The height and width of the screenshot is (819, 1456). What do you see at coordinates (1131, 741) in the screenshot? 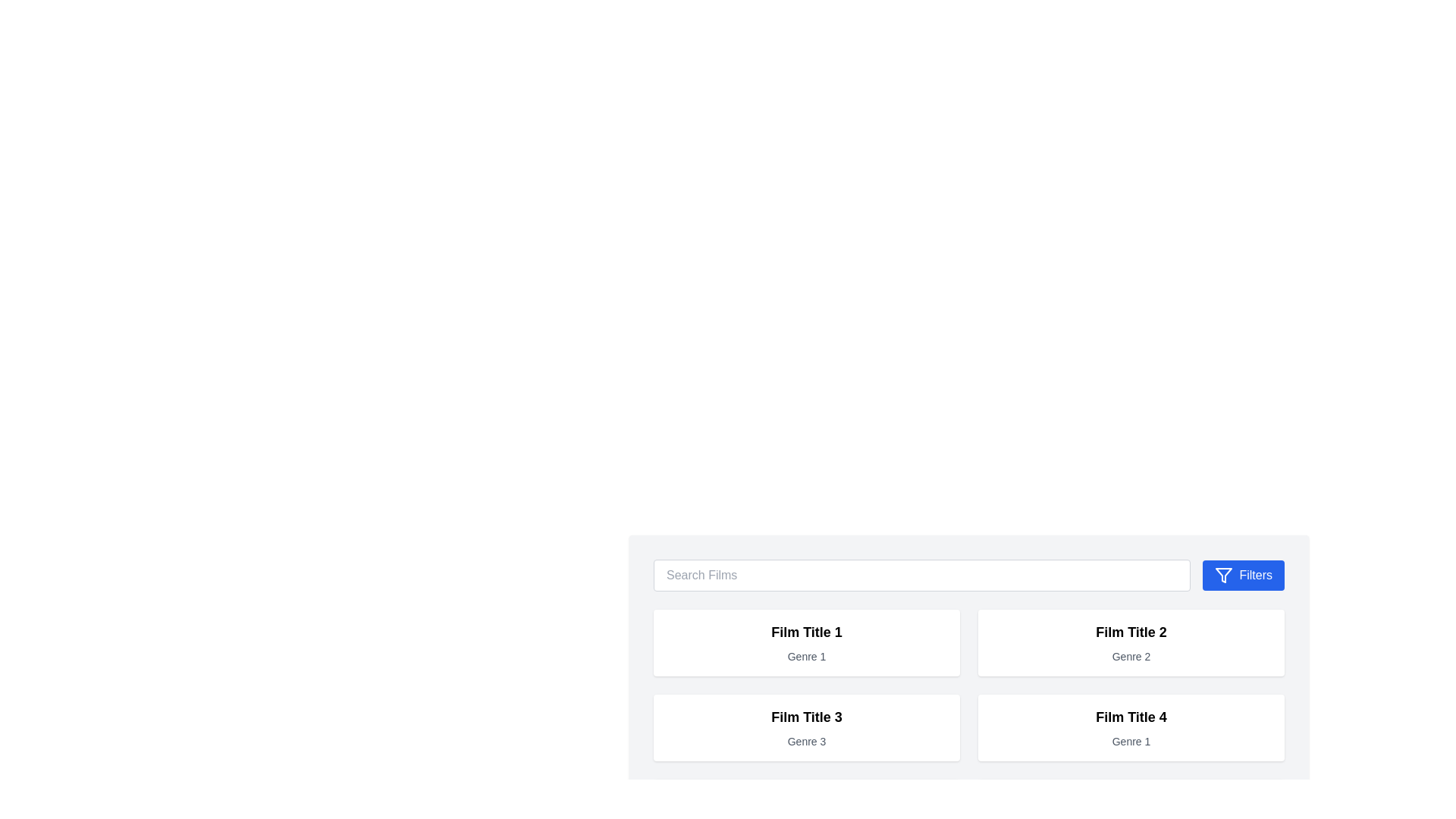
I see `the small text label reading 'Genre 1' which is styled in gray and located directly below the 'Film Title 4' label in the bottom-right card of a 2x2 grid` at bounding box center [1131, 741].